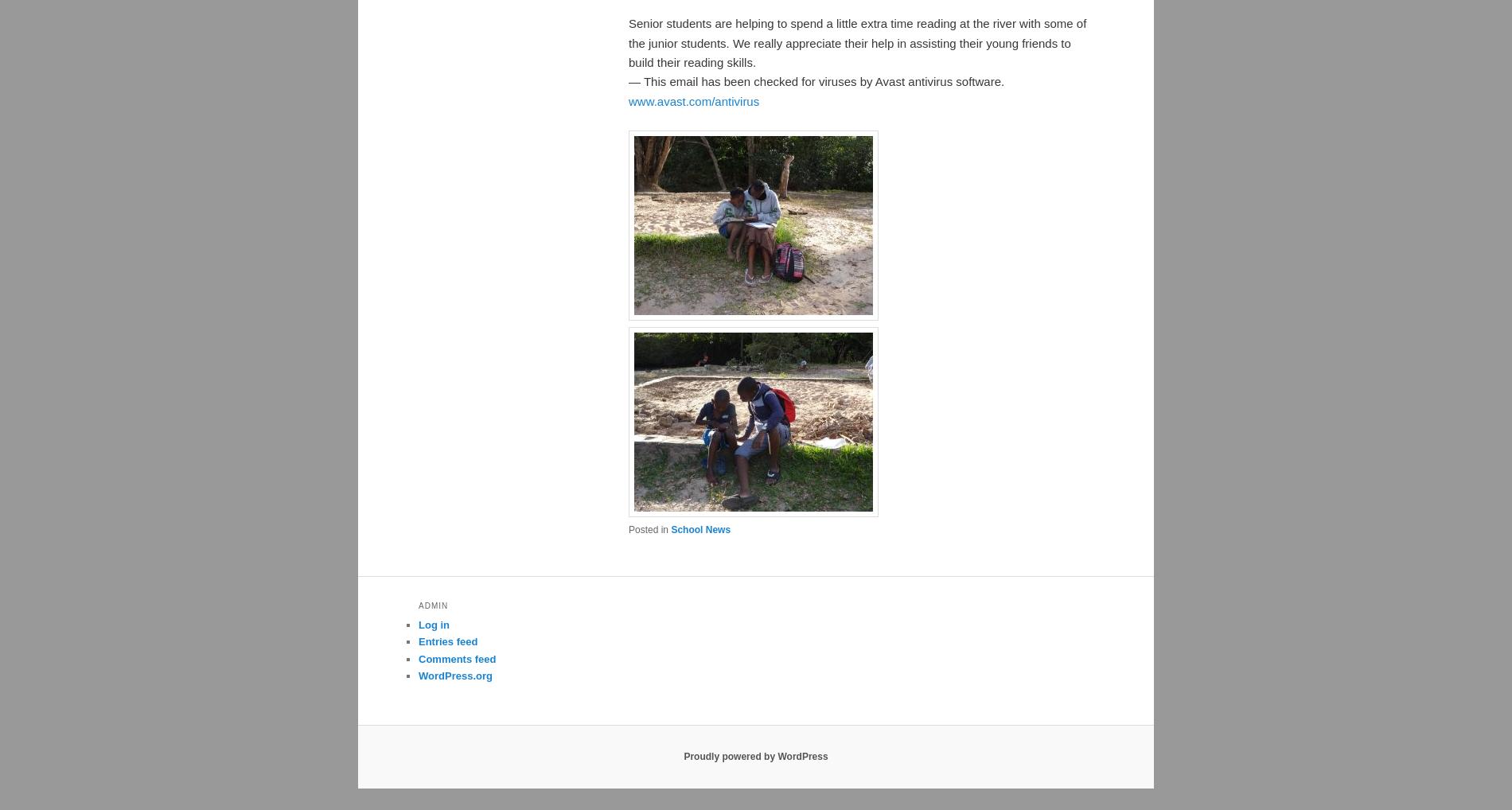  I want to click on 'Log in', so click(418, 625).